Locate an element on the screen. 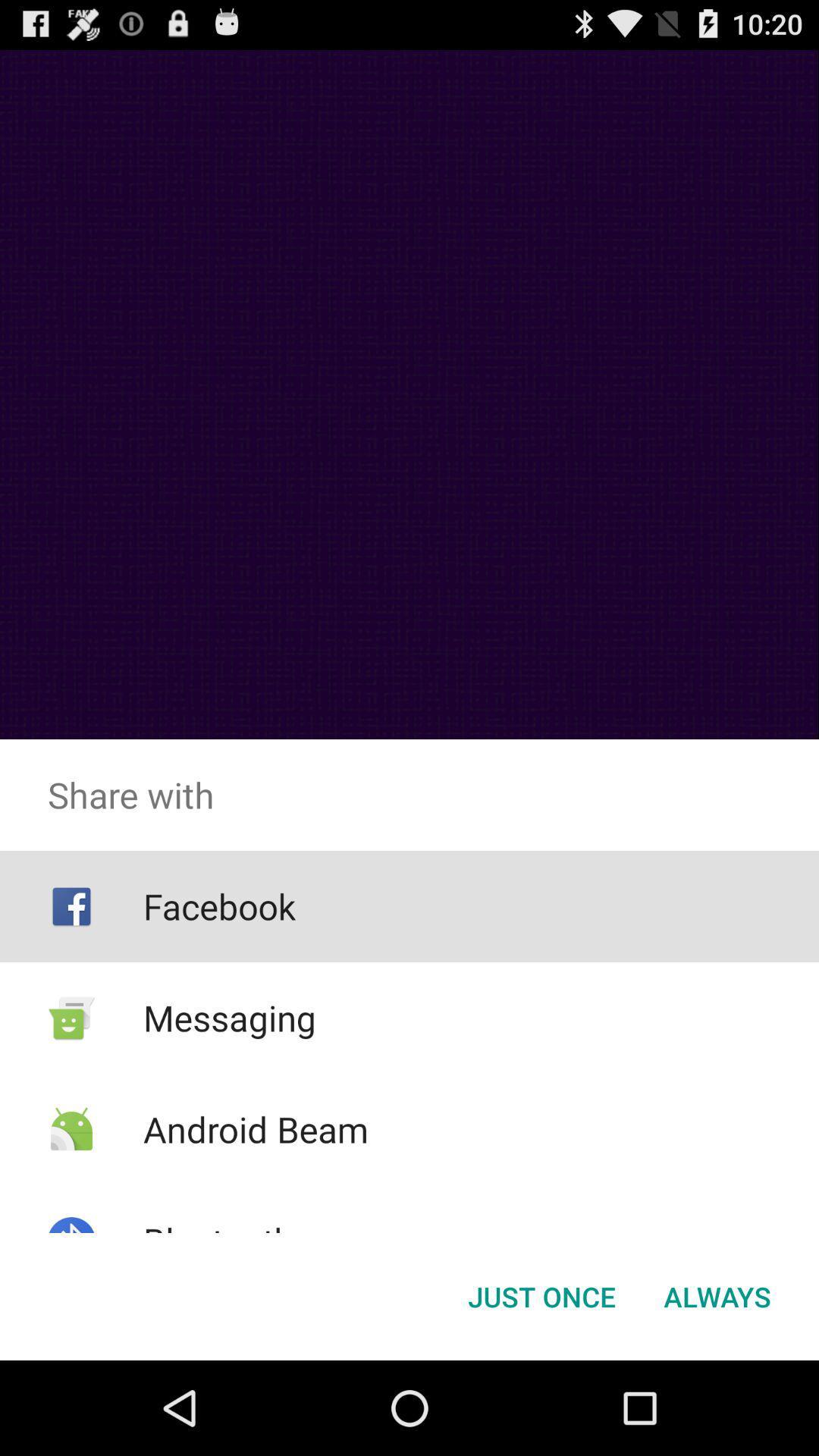  the item below share with is located at coordinates (219, 906).